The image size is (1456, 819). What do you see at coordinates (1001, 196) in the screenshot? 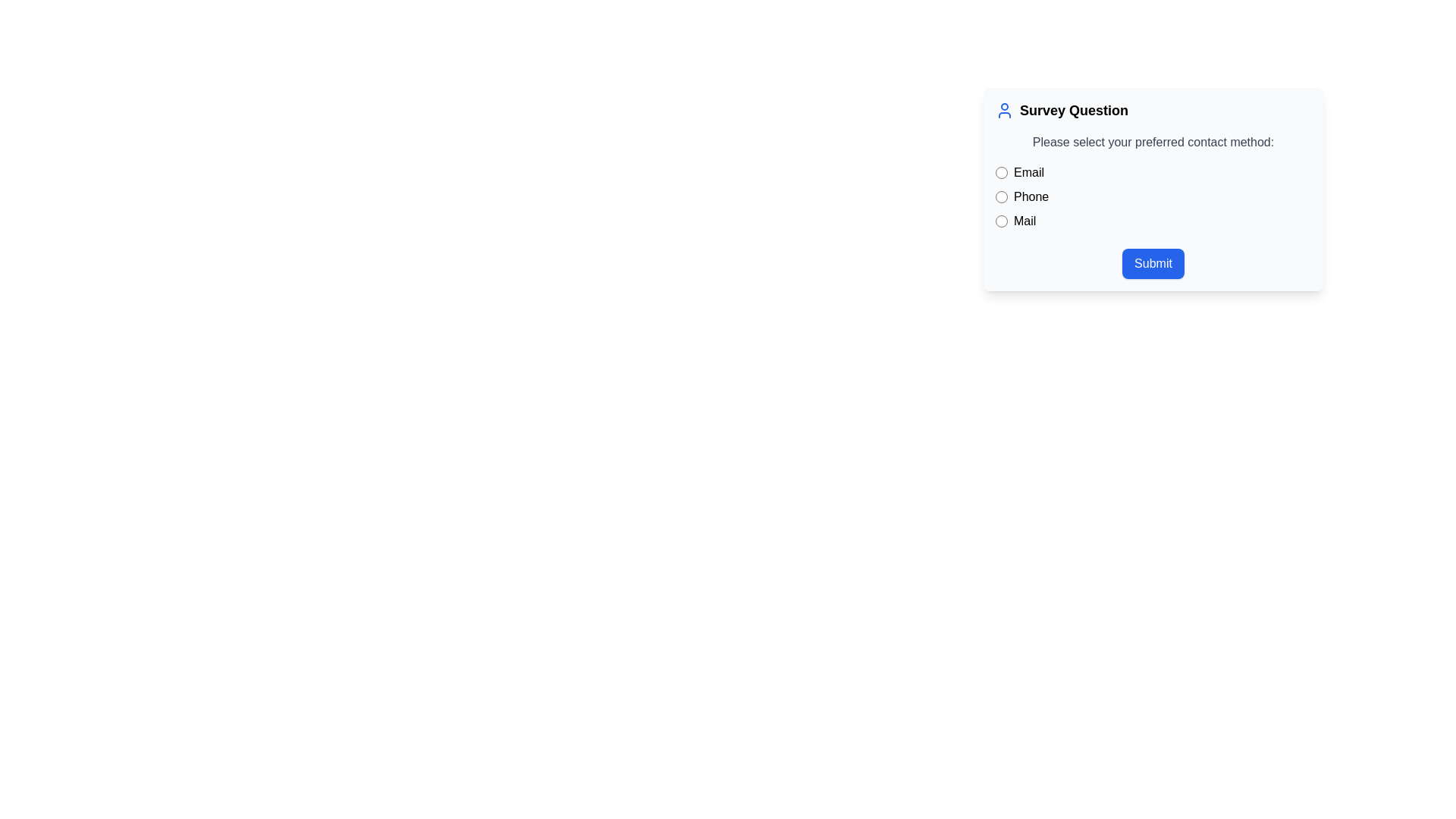
I see `the 'Phone' radio button` at bounding box center [1001, 196].